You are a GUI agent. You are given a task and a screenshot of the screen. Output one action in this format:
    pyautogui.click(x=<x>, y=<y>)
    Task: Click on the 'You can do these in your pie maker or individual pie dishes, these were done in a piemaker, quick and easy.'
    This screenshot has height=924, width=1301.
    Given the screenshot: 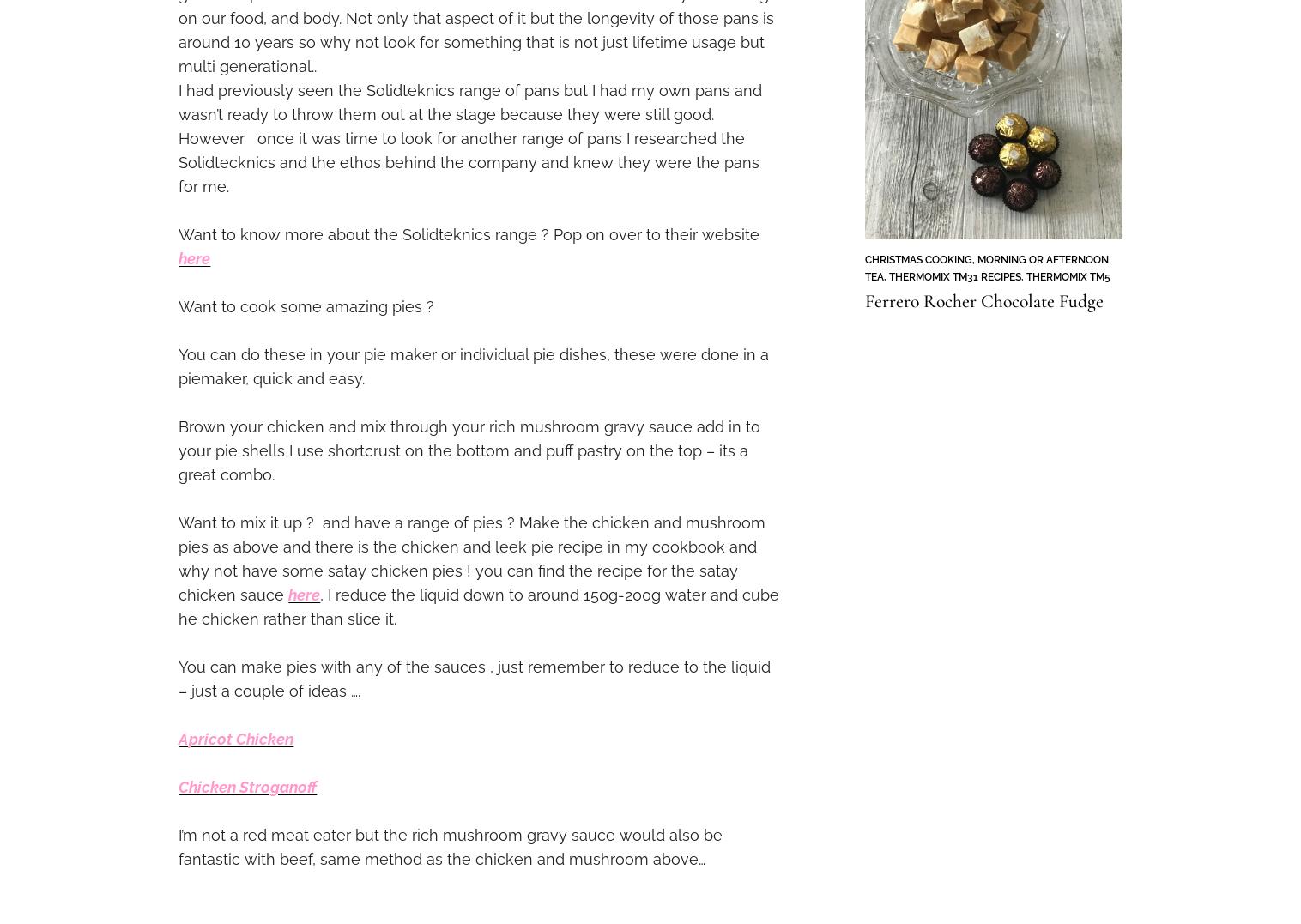 What is the action you would take?
    pyautogui.click(x=472, y=365)
    